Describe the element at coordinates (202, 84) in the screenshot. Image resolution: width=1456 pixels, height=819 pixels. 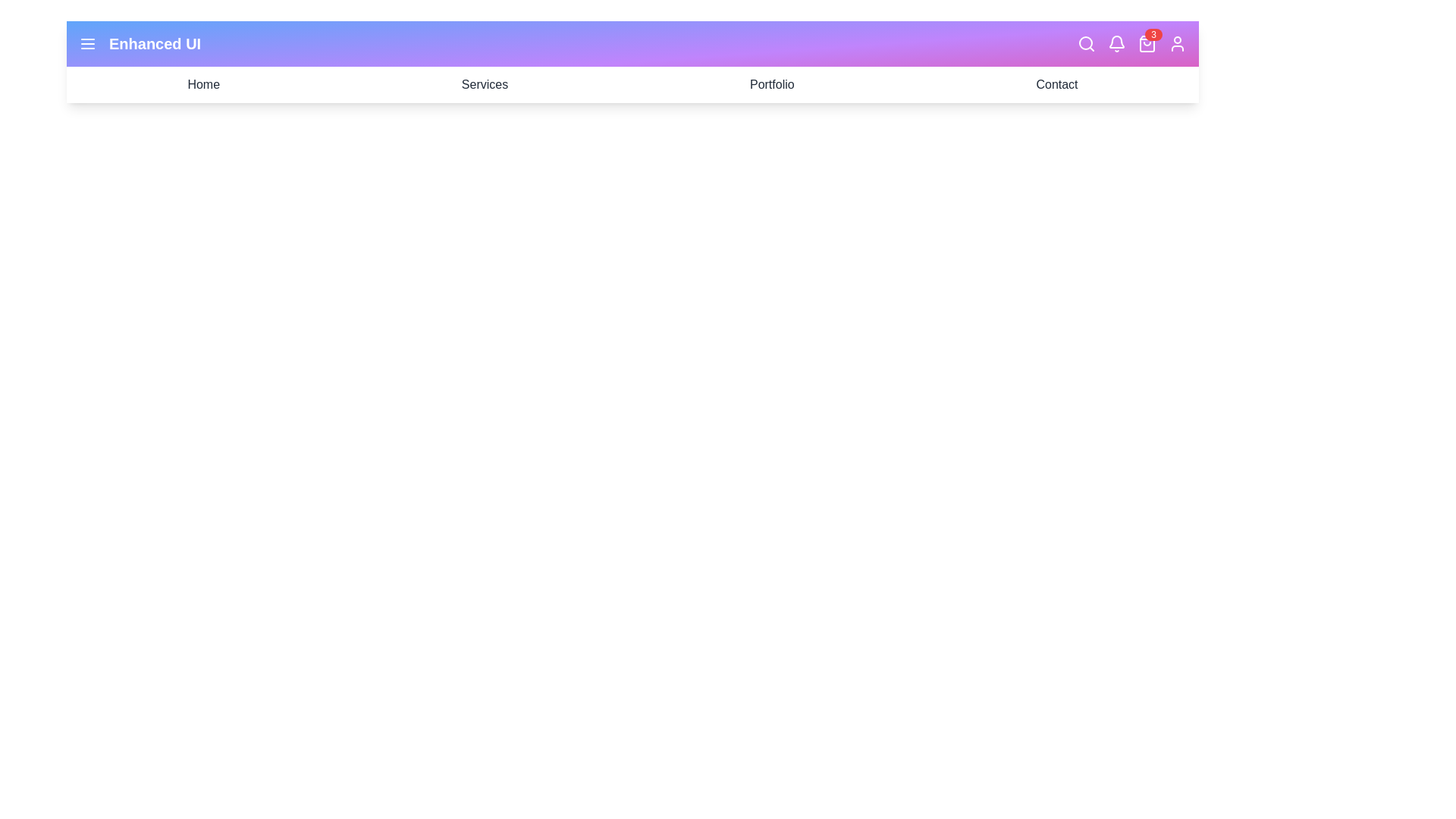
I see `the navigation link Home` at that location.